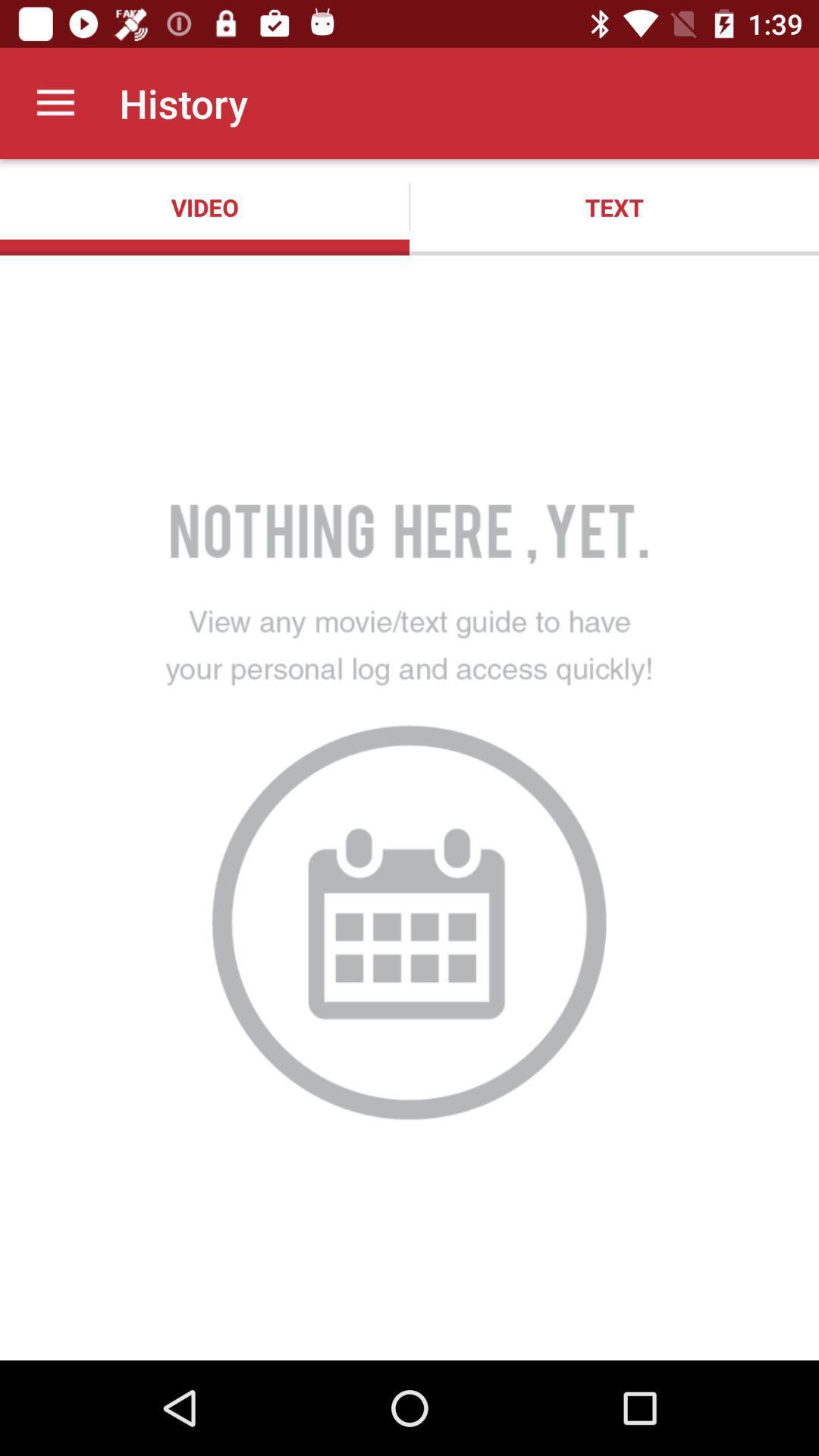 Image resolution: width=819 pixels, height=1456 pixels. Describe the element at coordinates (614, 206) in the screenshot. I see `the app to the right of the video app` at that location.